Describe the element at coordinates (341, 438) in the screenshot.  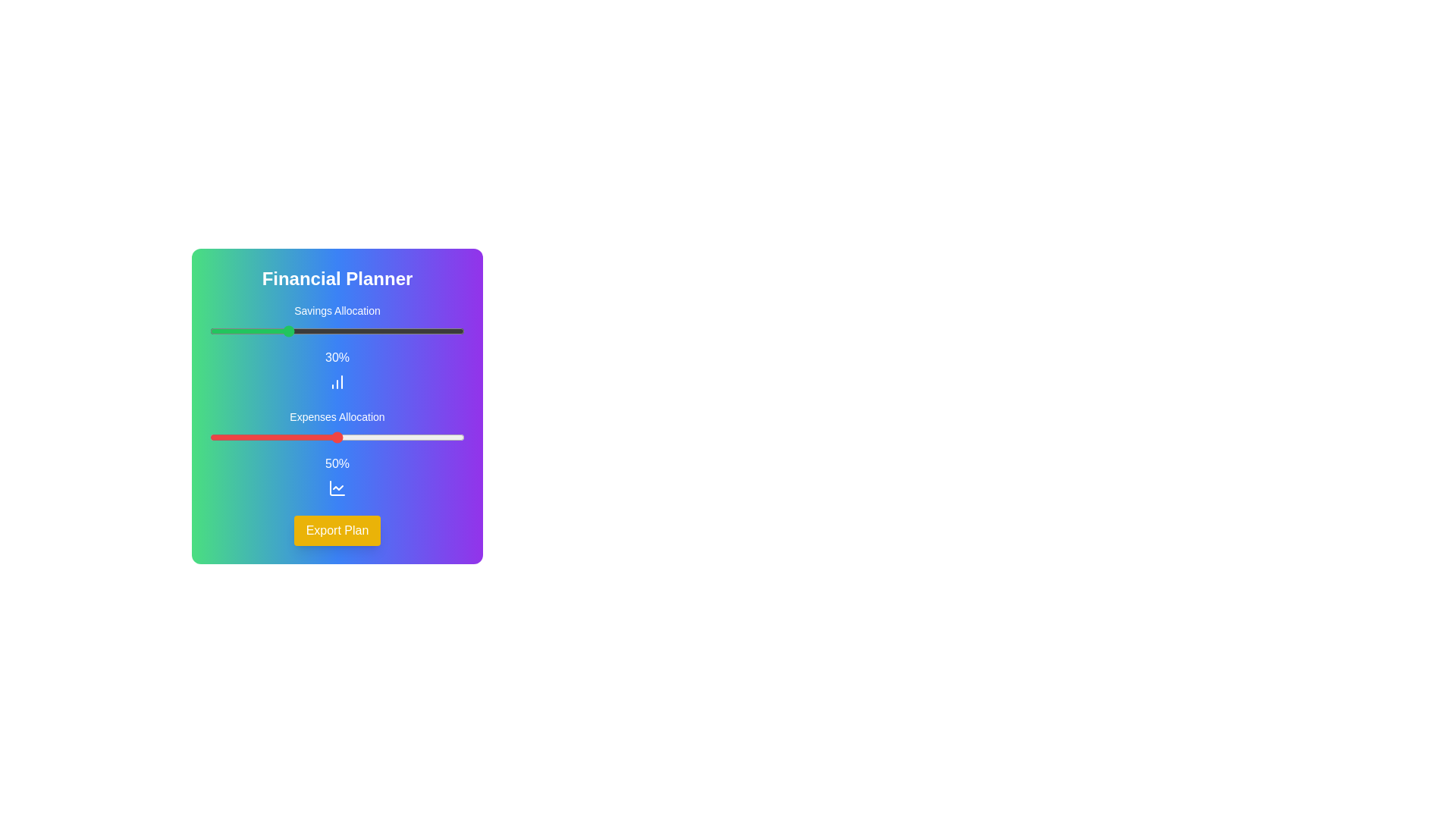
I see `the Expenses Allocation slider` at that location.